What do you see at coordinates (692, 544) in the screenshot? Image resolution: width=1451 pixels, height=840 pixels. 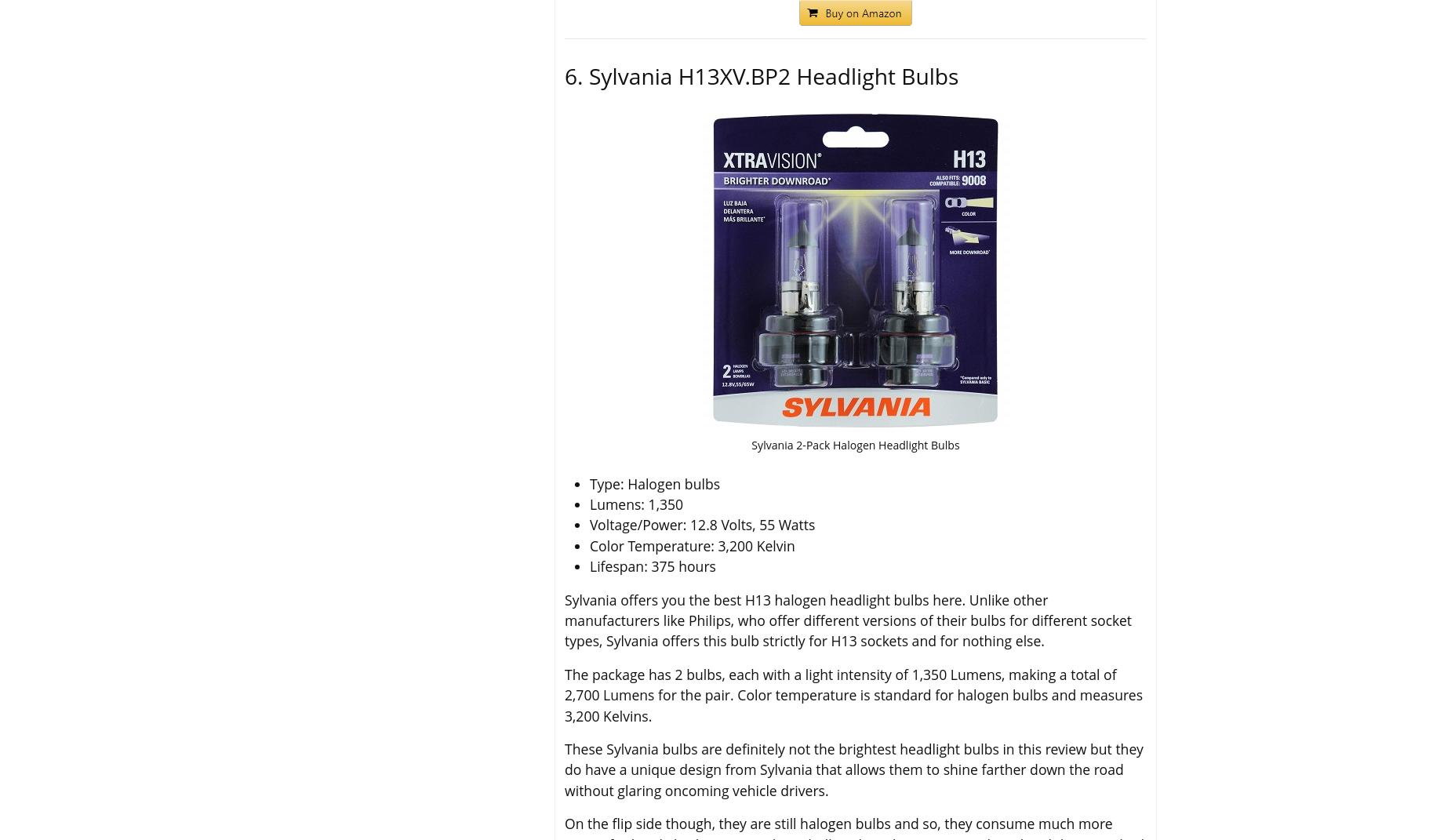 I see `'Color Temperature: 3,200 Kelvin'` at bounding box center [692, 544].